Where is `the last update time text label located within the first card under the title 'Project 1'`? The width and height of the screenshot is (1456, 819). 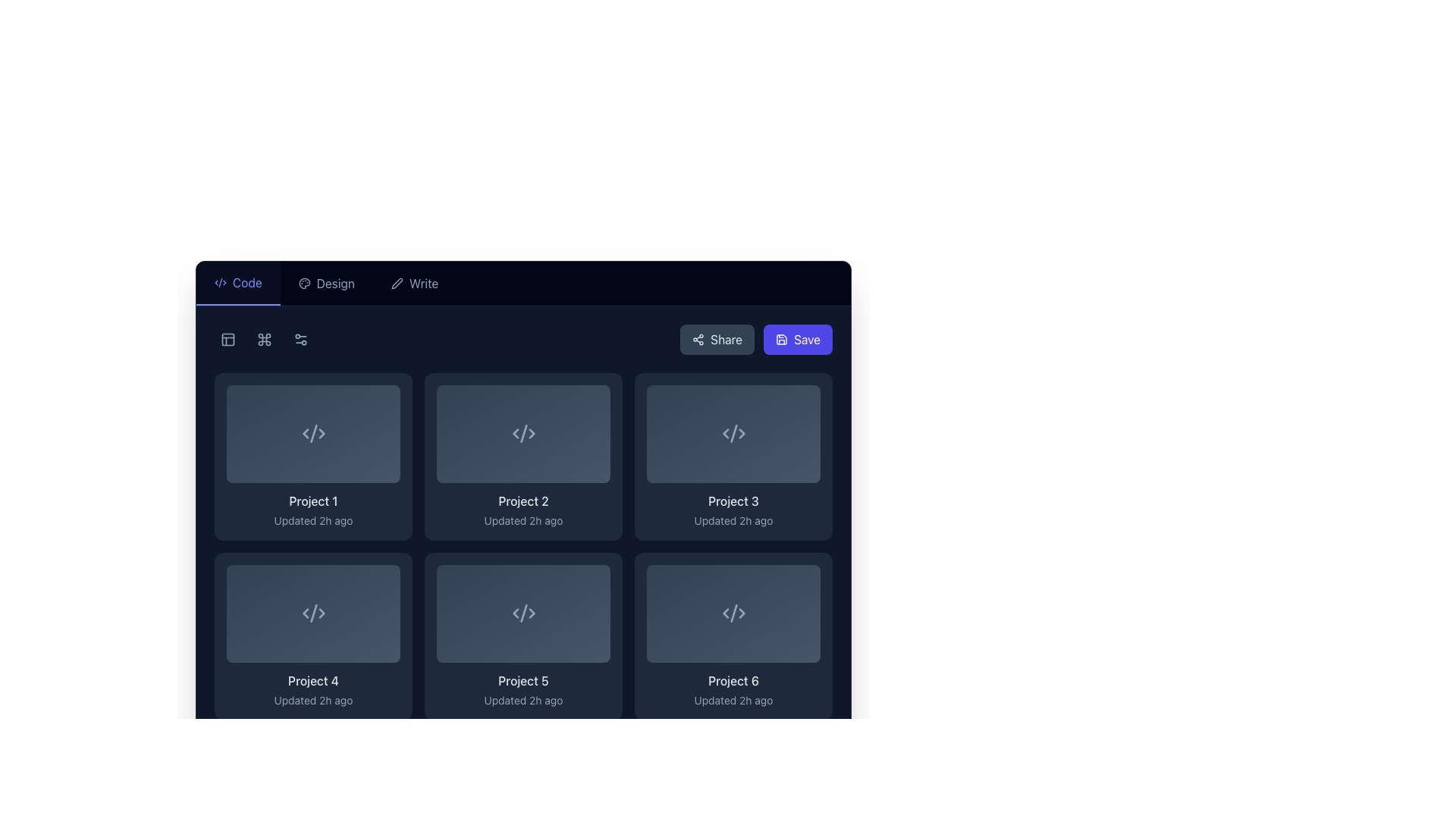 the last update time text label located within the first card under the title 'Project 1' is located at coordinates (312, 519).